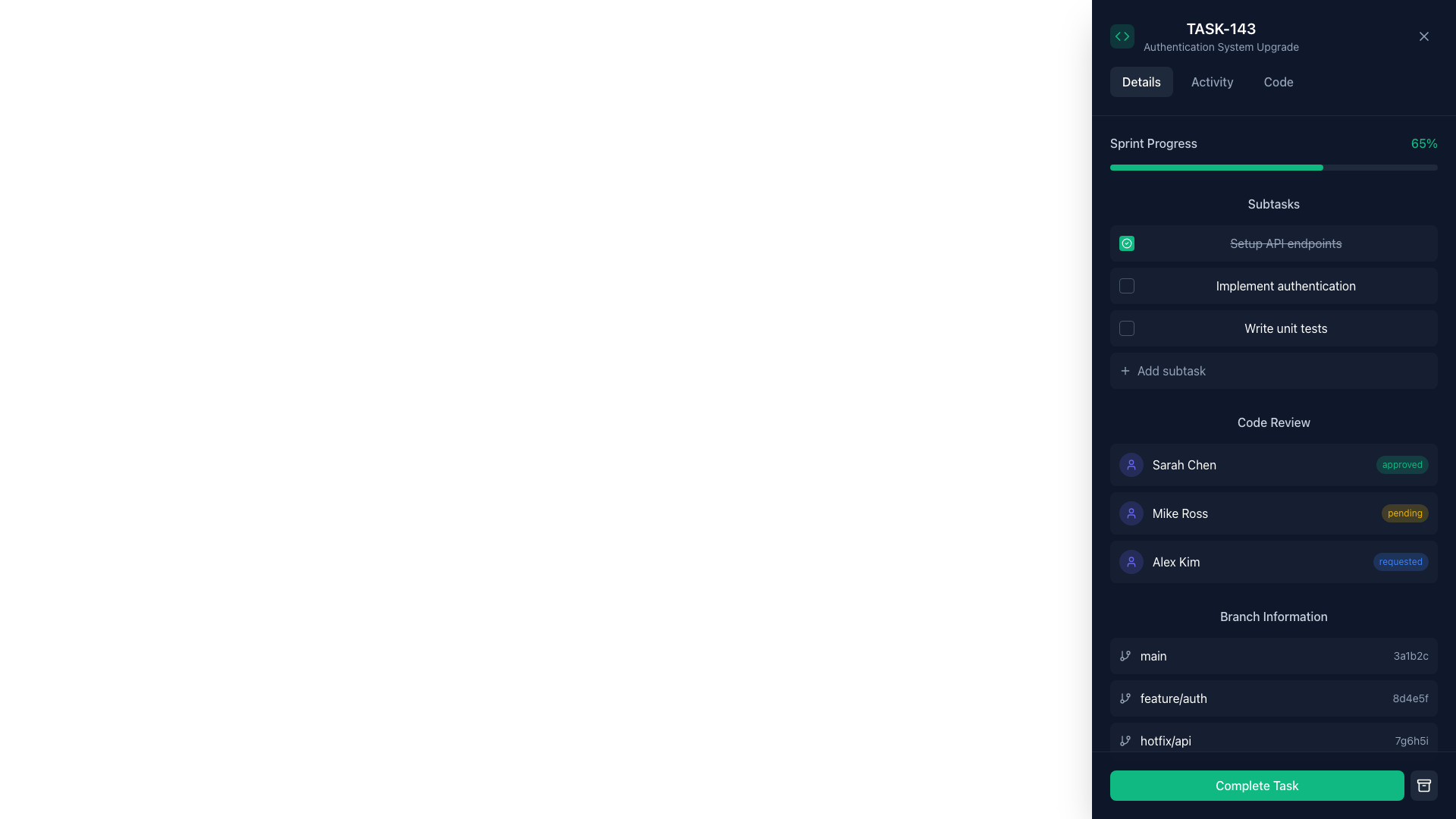 The height and width of the screenshot is (819, 1456). What do you see at coordinates (1185, 167) in the screenshot?
I see `progress value` at bounding box center [1185, 167].